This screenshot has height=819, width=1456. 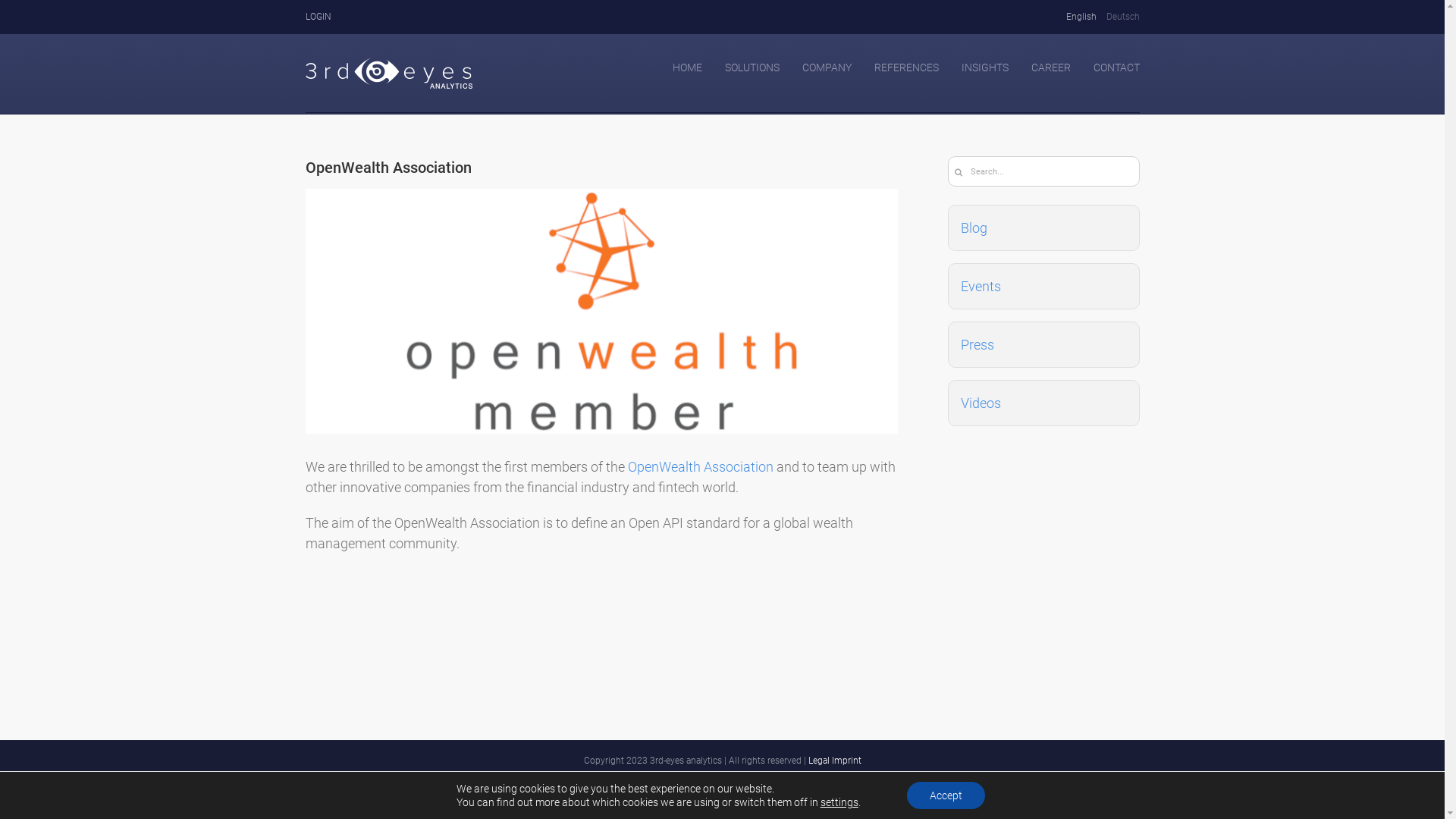 I want to click on 'Events', so click(x=980, y=286).